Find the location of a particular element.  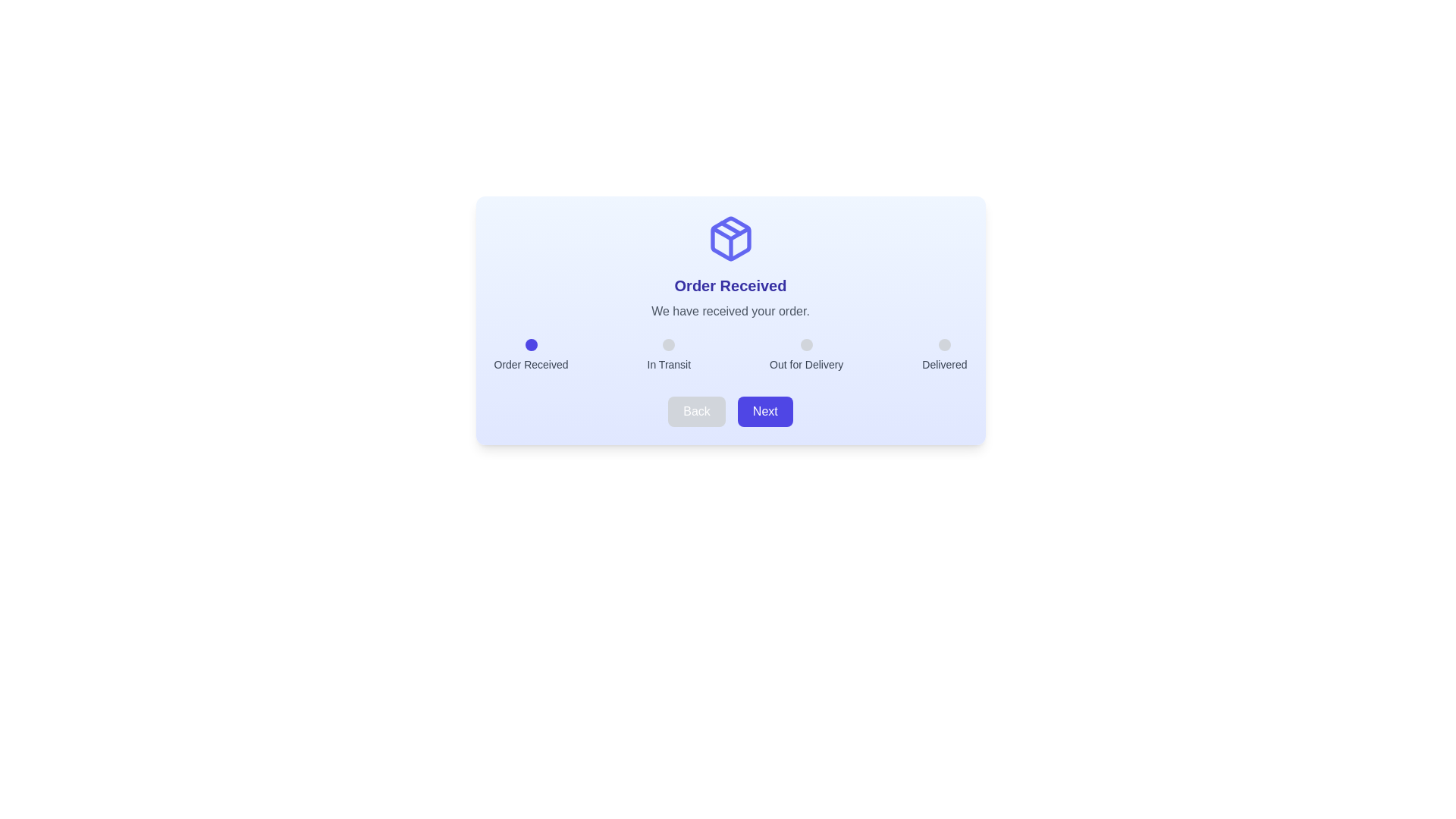

the step indicator for Out for Delivery to highlight it is located at coordinates (805, 345).